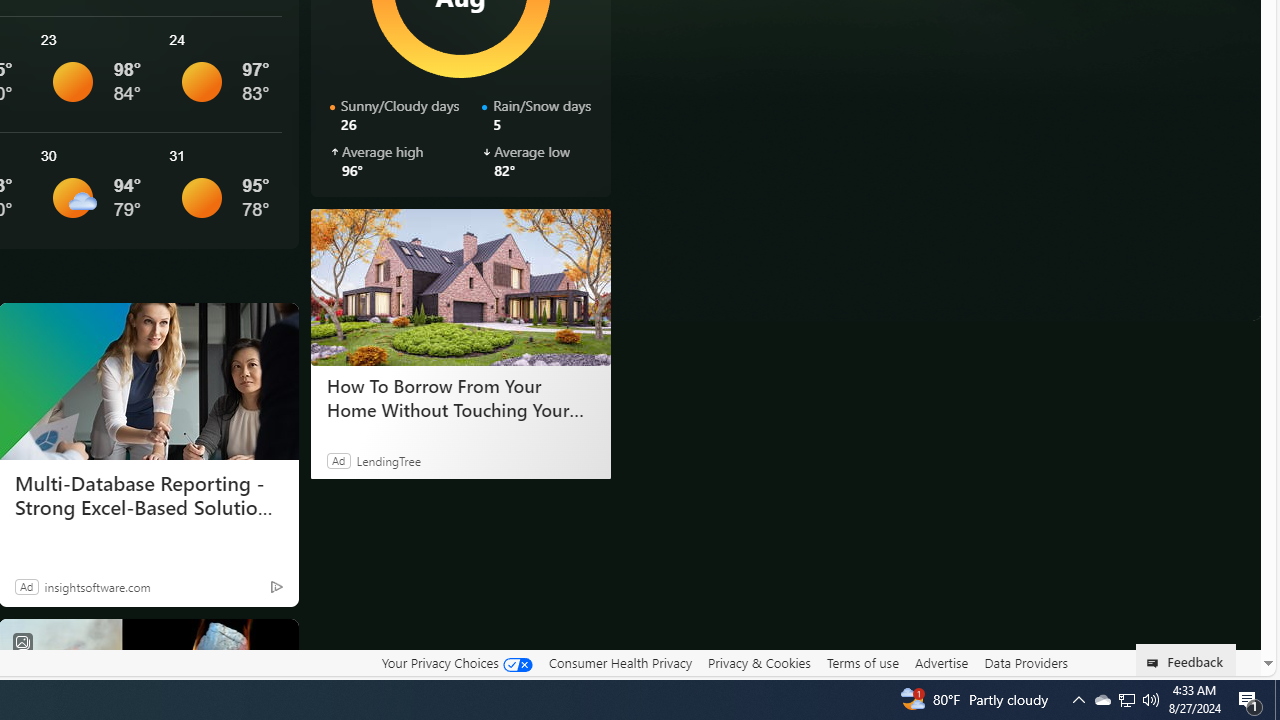 The image size is (1280, 720). I want to click on 'Your Privacy Choices', so click(455, 663).